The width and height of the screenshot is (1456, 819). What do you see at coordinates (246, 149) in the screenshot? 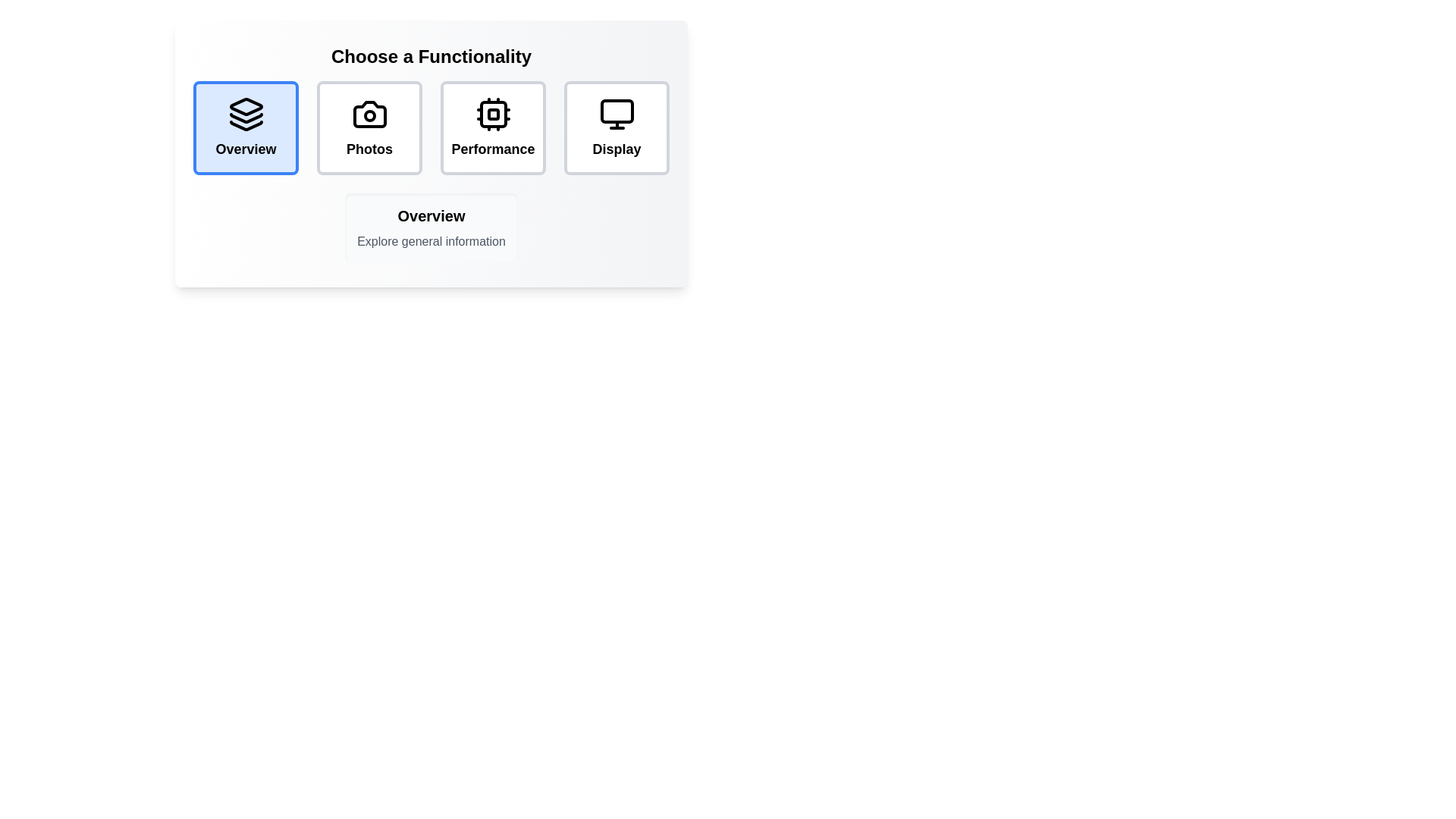
I see `text label located beneath the stacked layers icon in the 'Choose a Functionality' section, which serves as a title for an interactive button or card` at bounding box center [246, 149].